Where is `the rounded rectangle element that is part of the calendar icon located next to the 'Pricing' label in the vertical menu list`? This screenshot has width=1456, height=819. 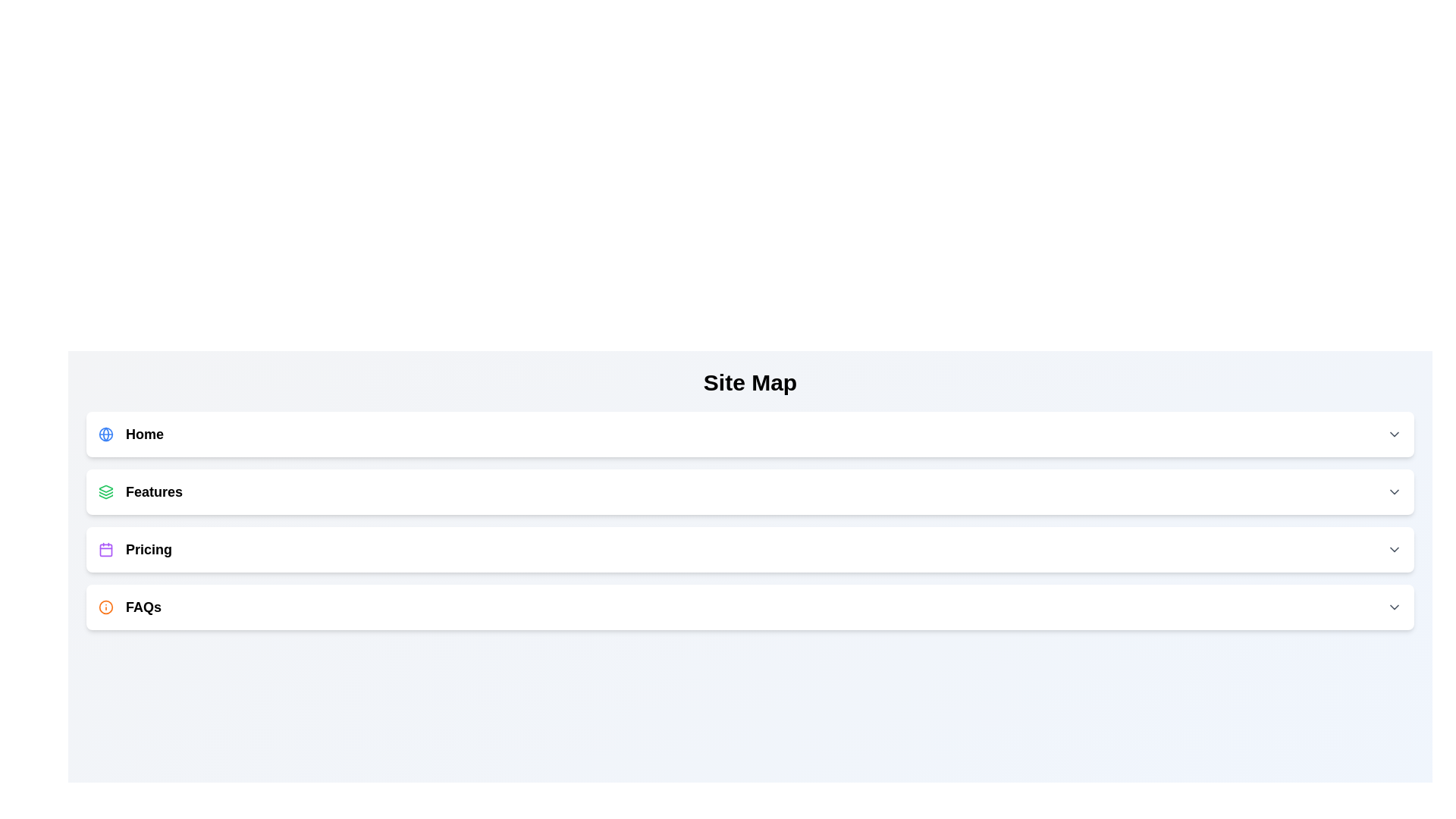 the rounded rectangle element that is part of the calendar icon located next to the 'Pricing' label in the vertical menu list is located at coordinates (105, 550).